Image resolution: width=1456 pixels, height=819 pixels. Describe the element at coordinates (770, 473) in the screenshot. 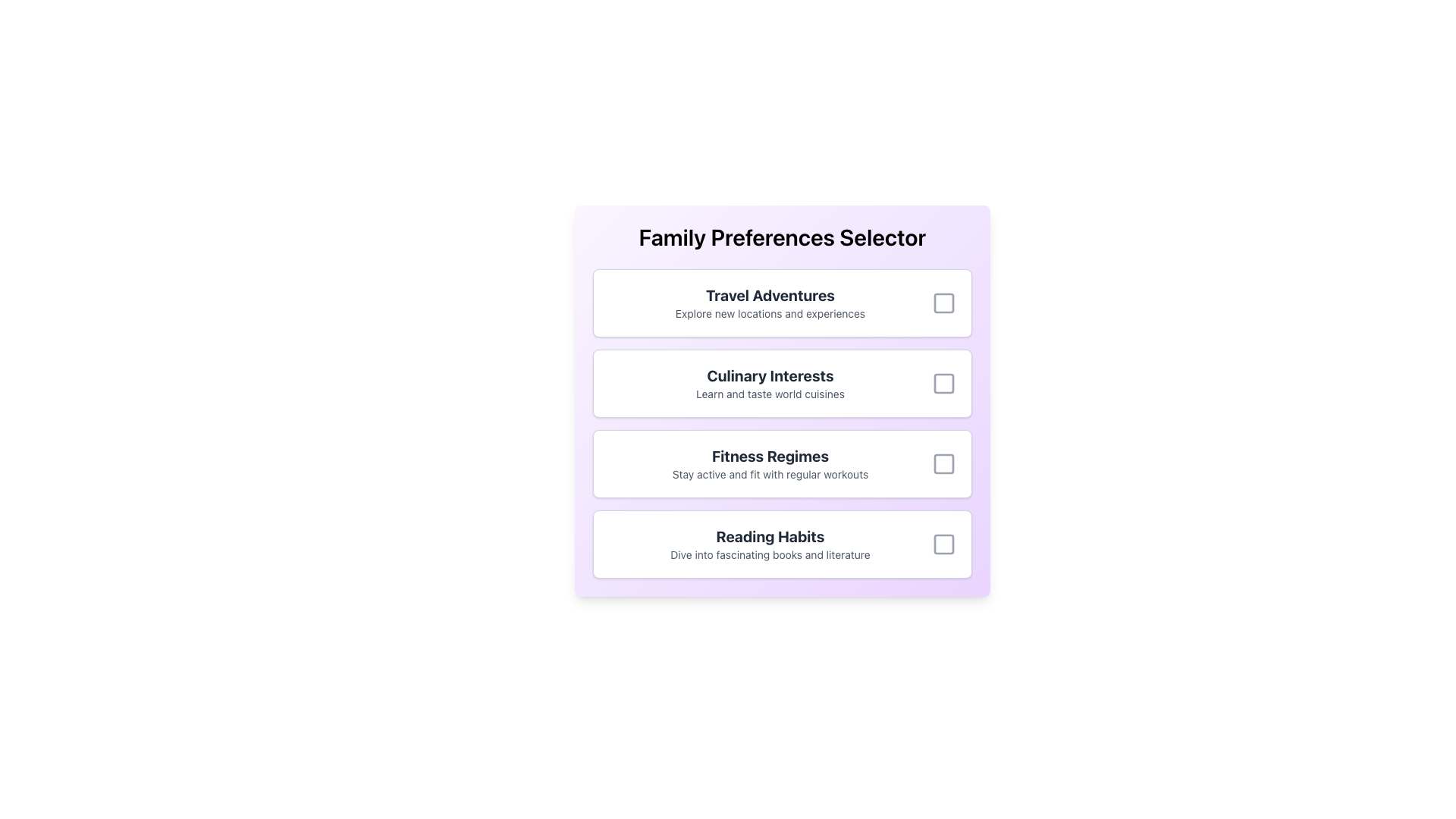

I see `the static text element that provides additional information about the 'Fitness Regimes' category, which is positioned directly beneath the bold text 'Fitness Regimes'` at that location.